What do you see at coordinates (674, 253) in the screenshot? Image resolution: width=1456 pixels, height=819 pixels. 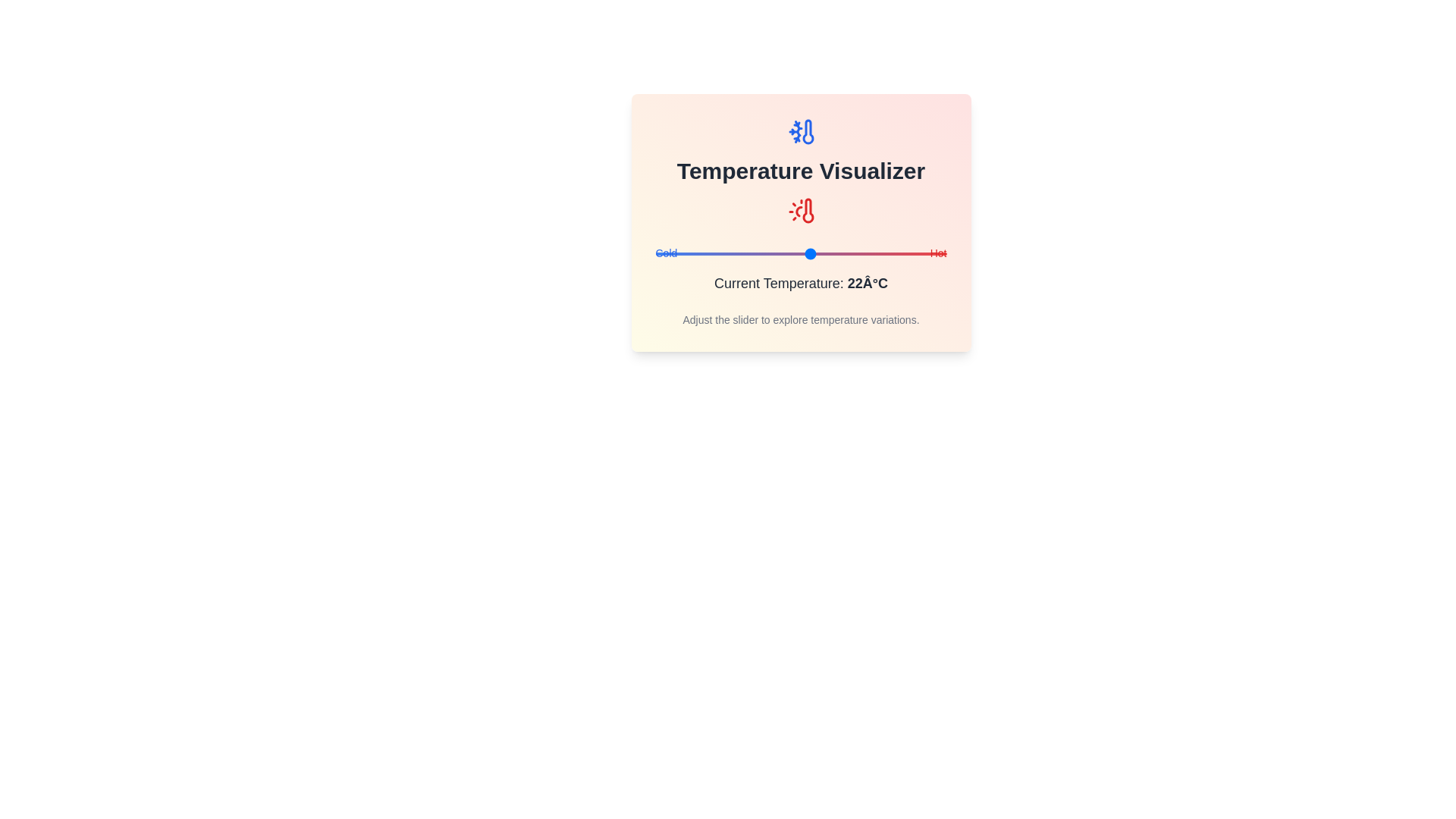 I see `the slider to set the temperature to -6°C` at bounding box center [674, 253].